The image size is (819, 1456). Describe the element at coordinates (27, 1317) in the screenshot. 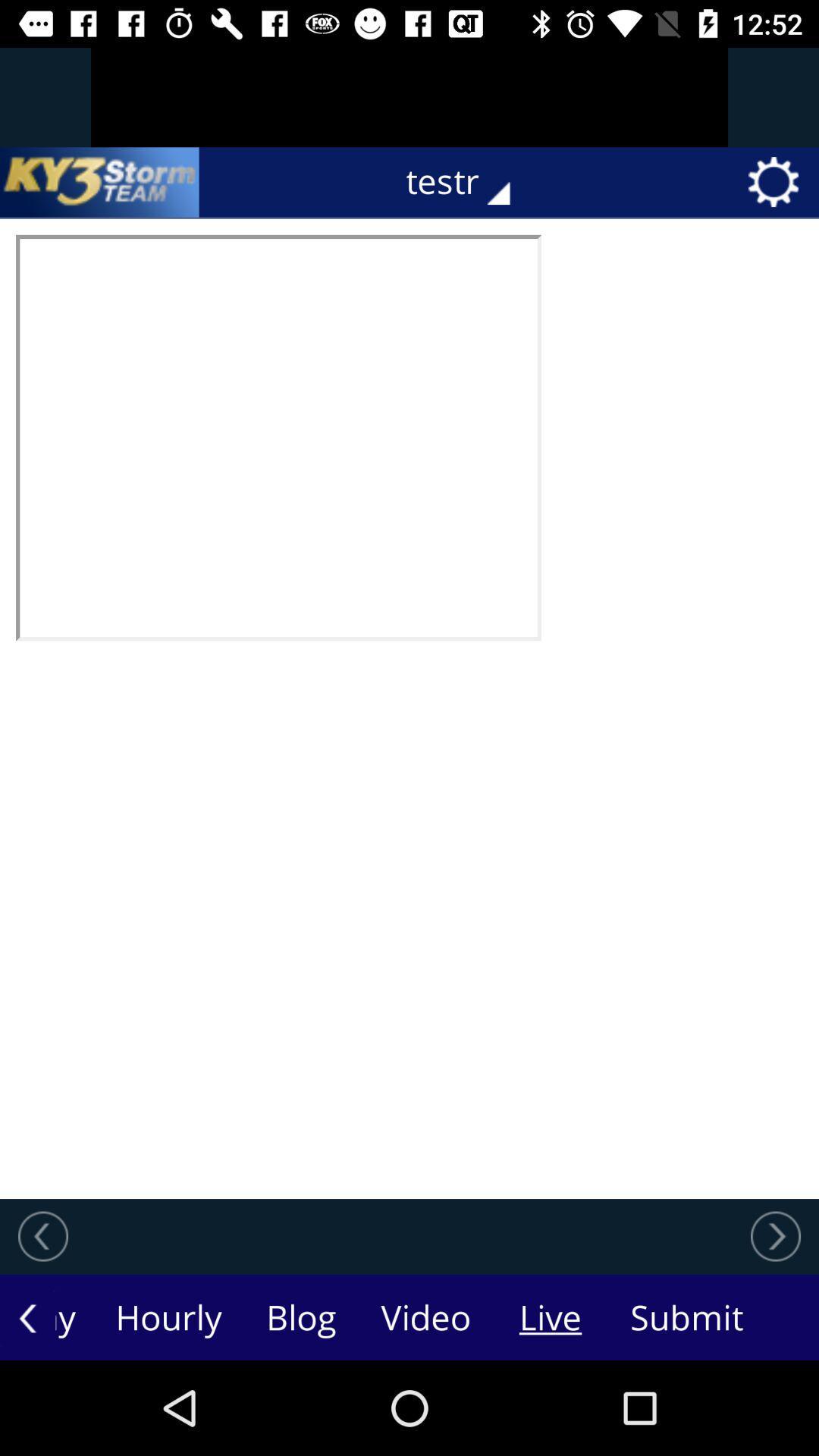

I see `the arrow_backward icon` at that location.